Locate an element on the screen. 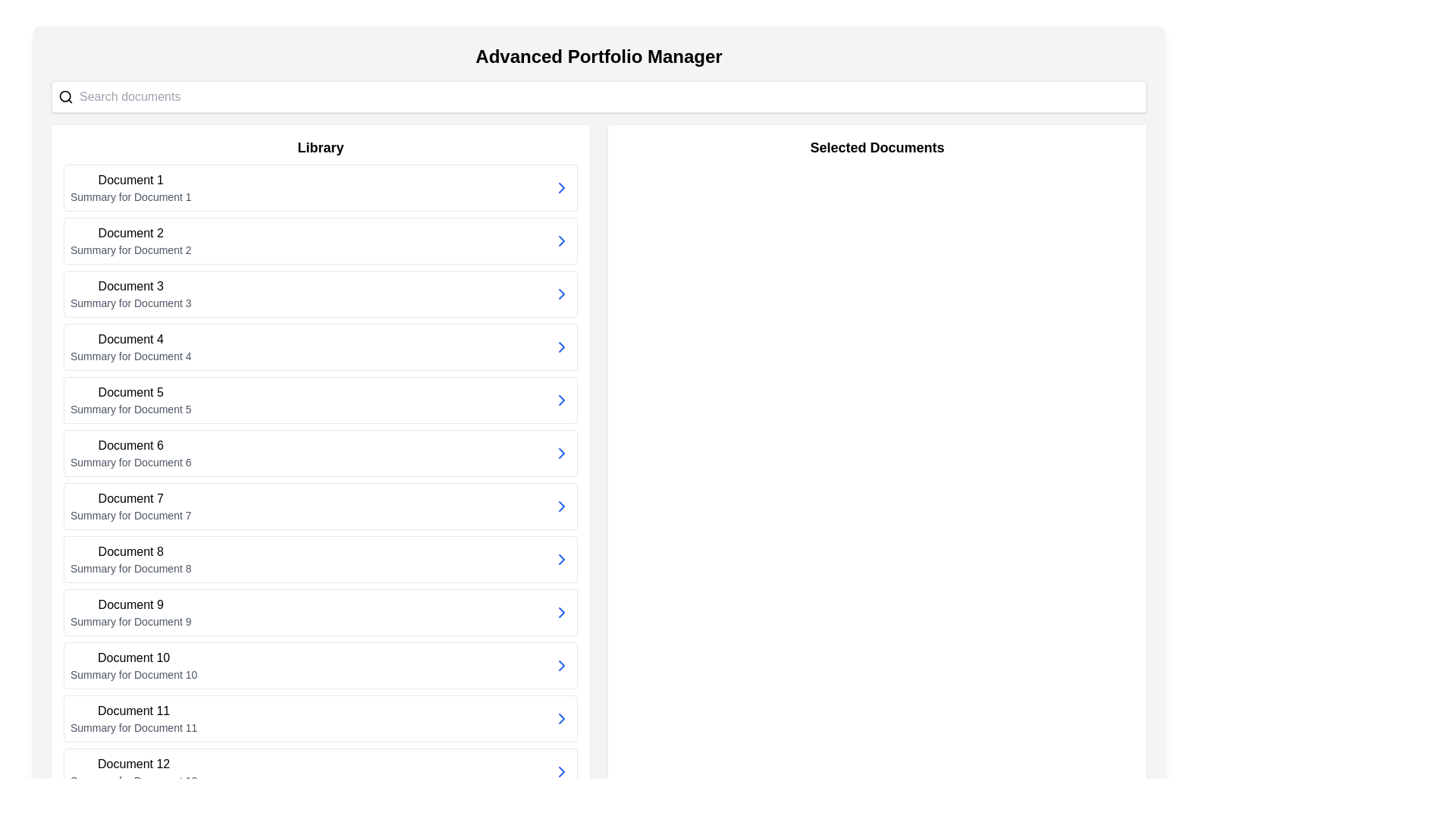 This screenshot has width=1456, height=819. the arrow icon on the right-hand side of the panel displaying 'Document 10' is located at coordinates (560, 665).